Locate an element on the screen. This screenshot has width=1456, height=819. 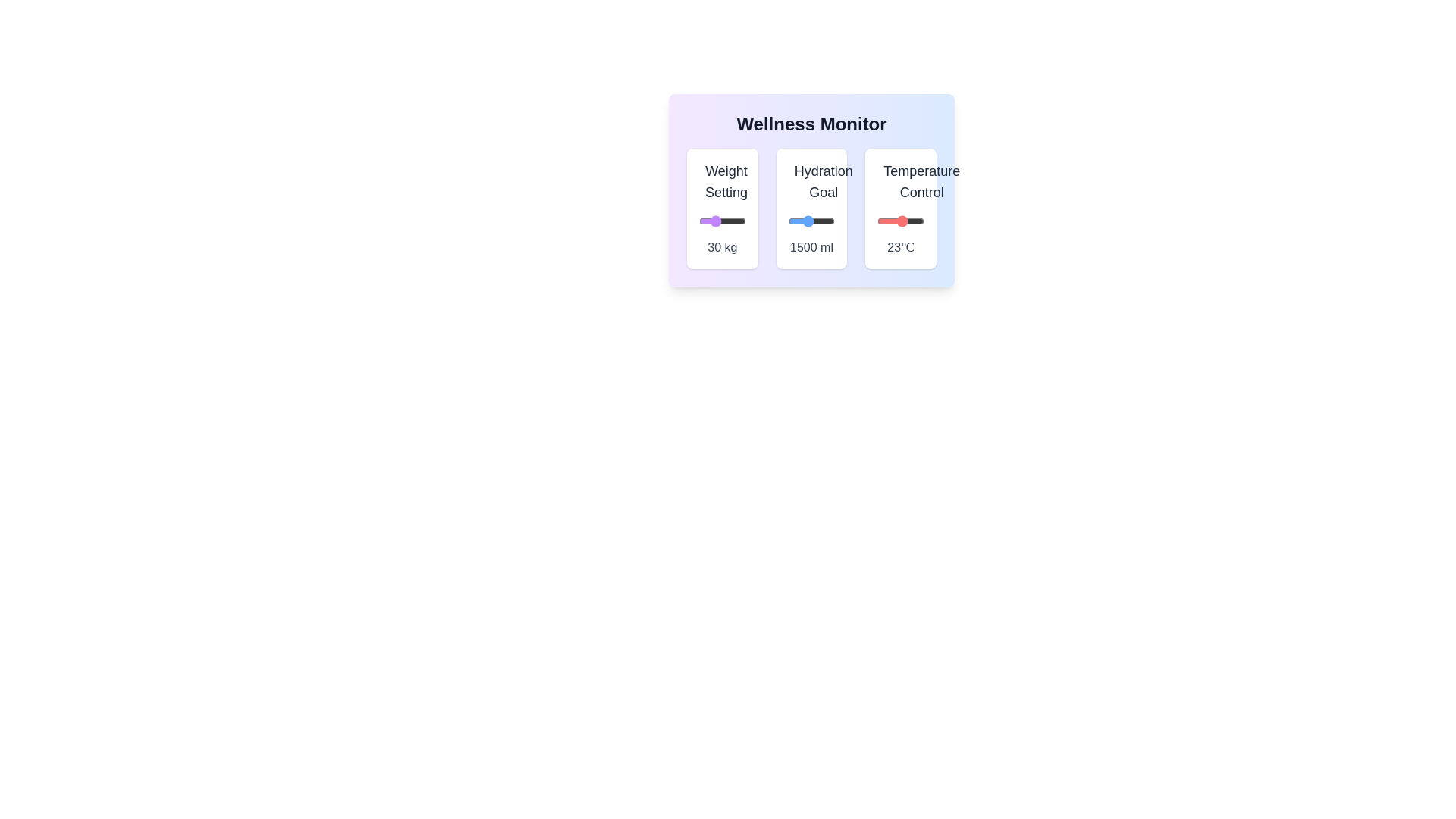
the blue droplet SVG icon within the 'Hydration Goal' section of the second card under 'Wellness Monitor' is located at coordinates (796, 181).